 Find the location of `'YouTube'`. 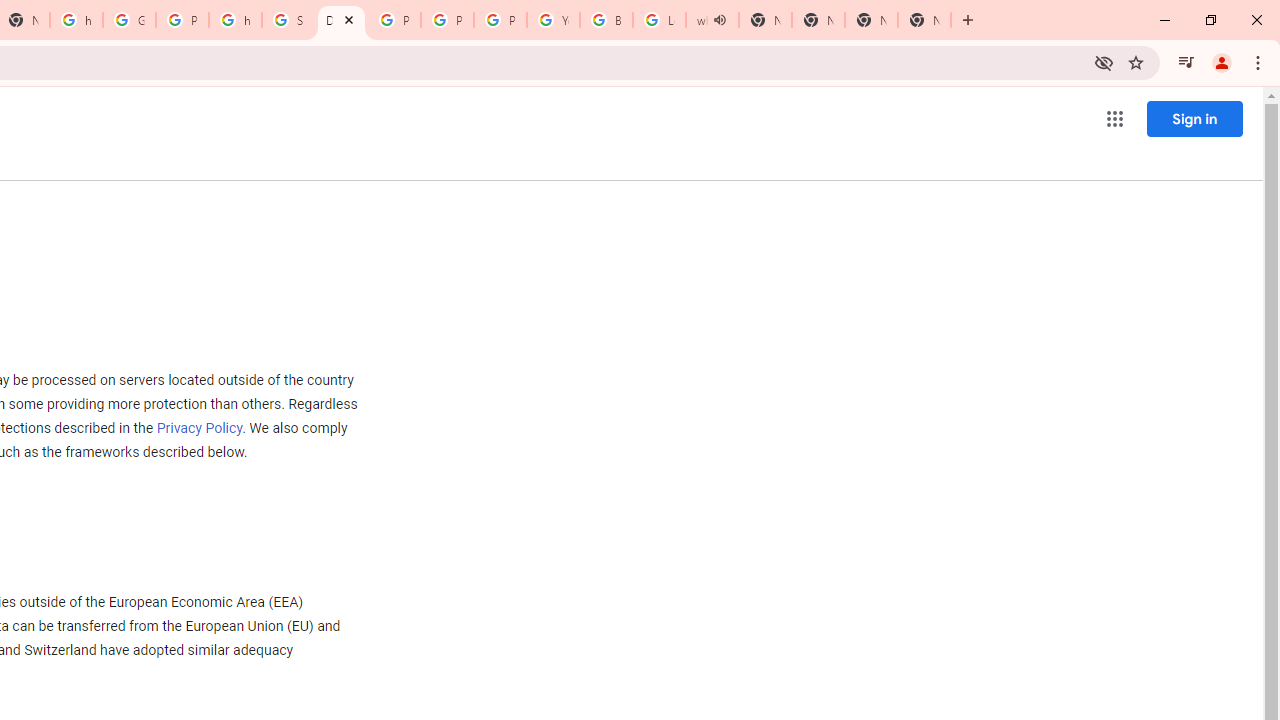

'YouTube' is located at coordinates (553, 20).